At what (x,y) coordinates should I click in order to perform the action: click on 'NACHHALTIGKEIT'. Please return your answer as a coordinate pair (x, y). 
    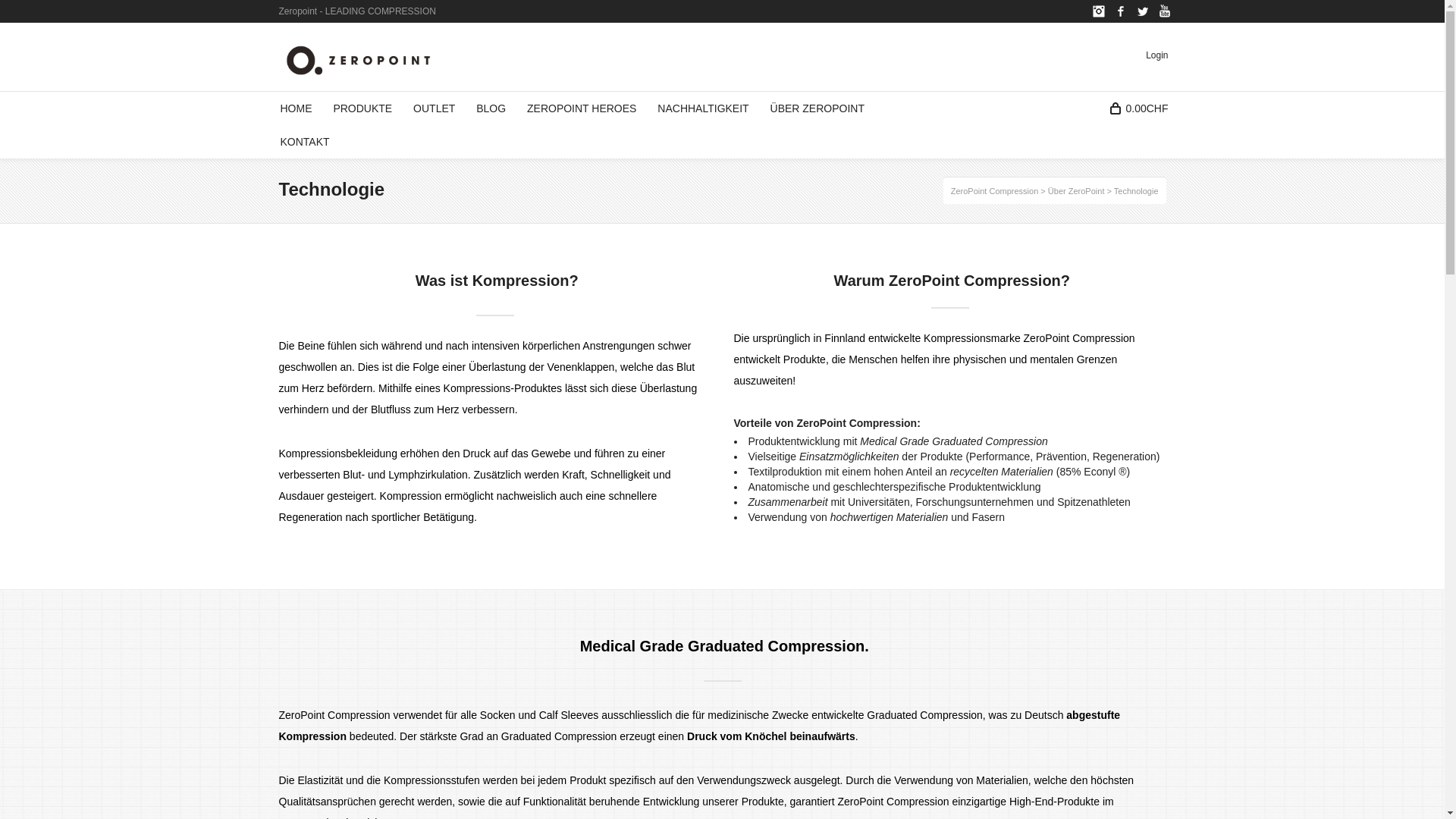
    Looking at the image, I should click on (701, 107).